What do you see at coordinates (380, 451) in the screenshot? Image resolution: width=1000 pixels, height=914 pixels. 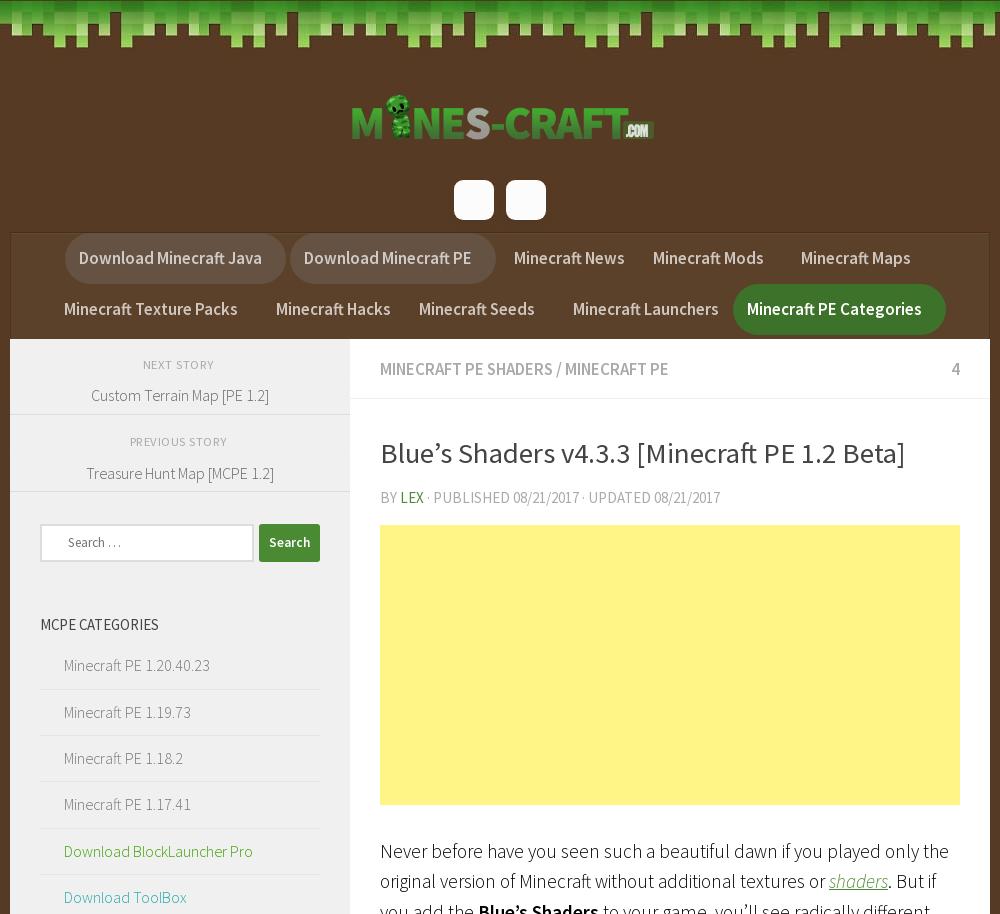 I see `'Blue’s Shaders v4.3.3 [Minecraft PE 1.2 Beta]'` at bounding box center [380, 451].